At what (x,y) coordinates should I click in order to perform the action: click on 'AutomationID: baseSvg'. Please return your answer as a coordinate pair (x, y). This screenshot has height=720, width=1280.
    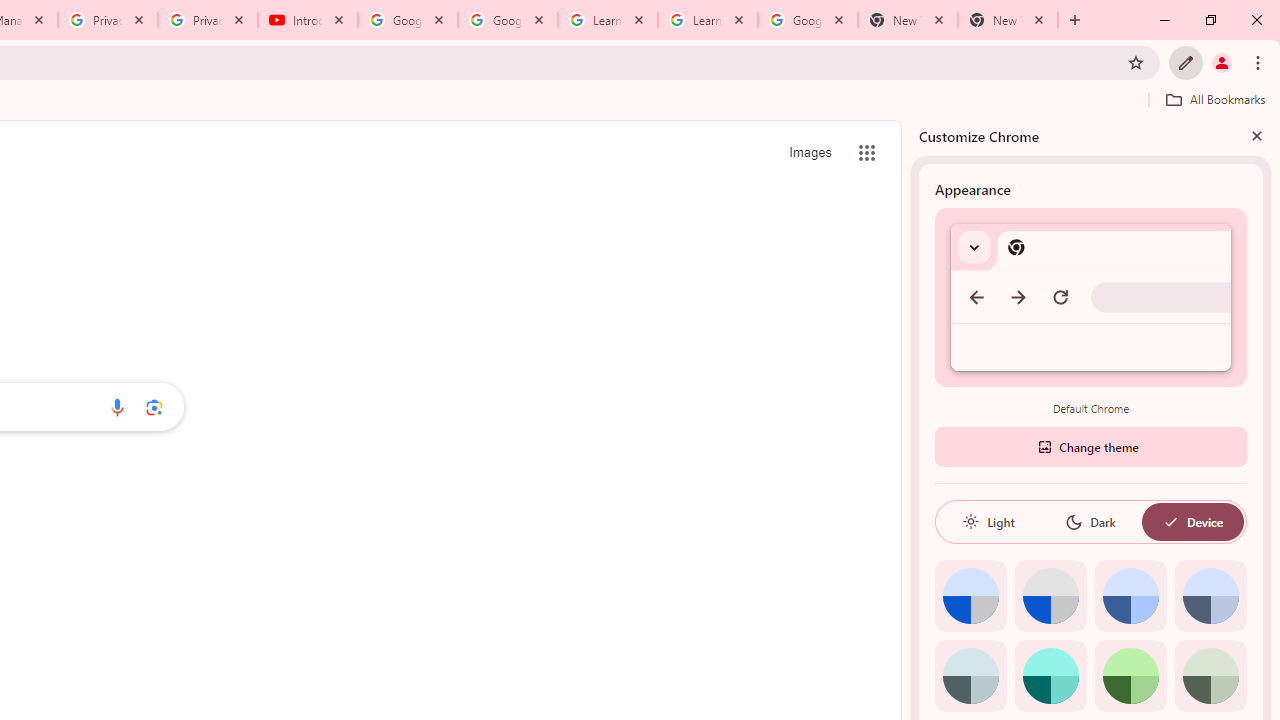
    Looking at the image, I should click on (1170, 521).